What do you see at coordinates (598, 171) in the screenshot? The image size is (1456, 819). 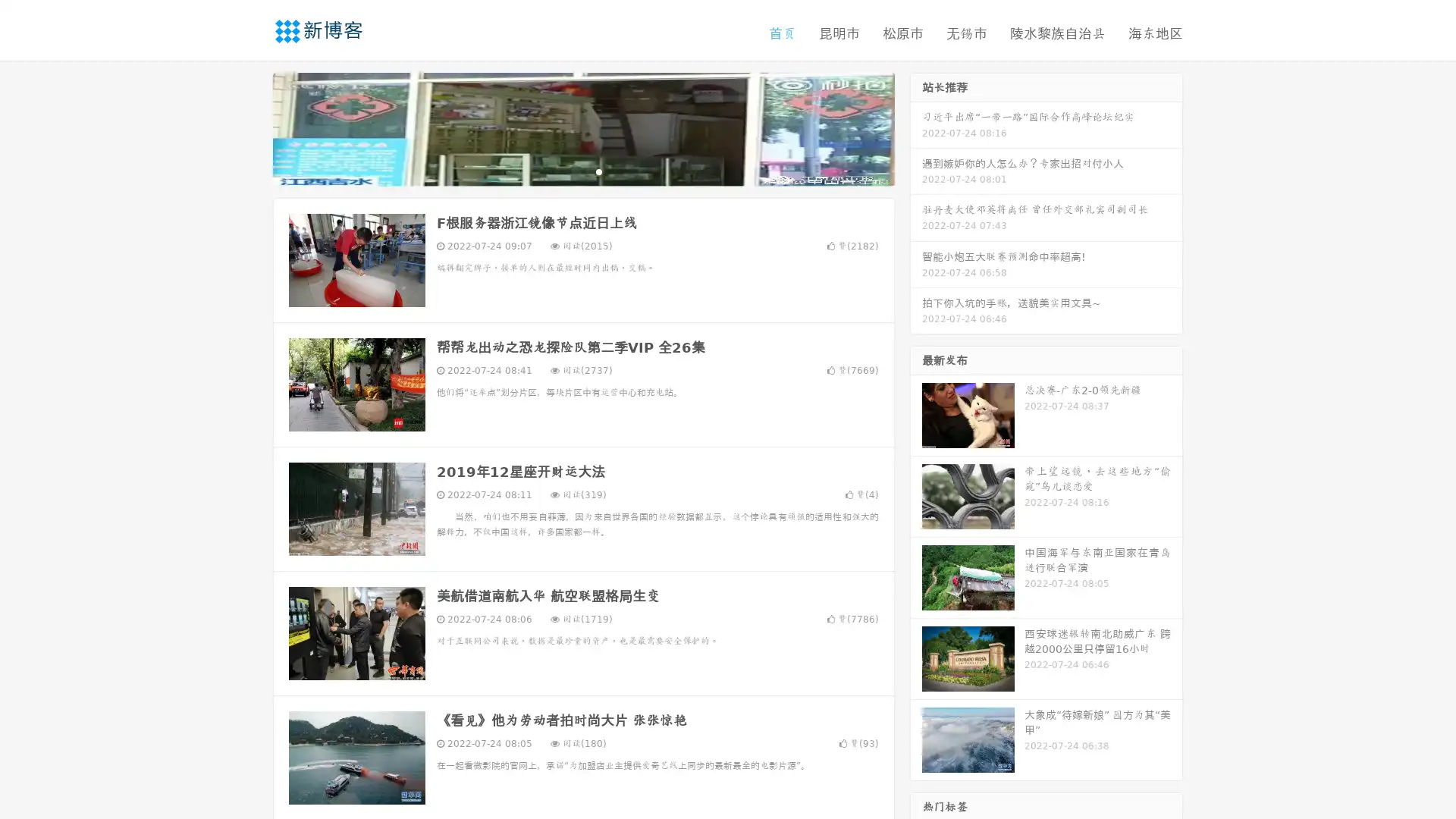 I see `Go to slide 3` at bounding box center [598, 171].